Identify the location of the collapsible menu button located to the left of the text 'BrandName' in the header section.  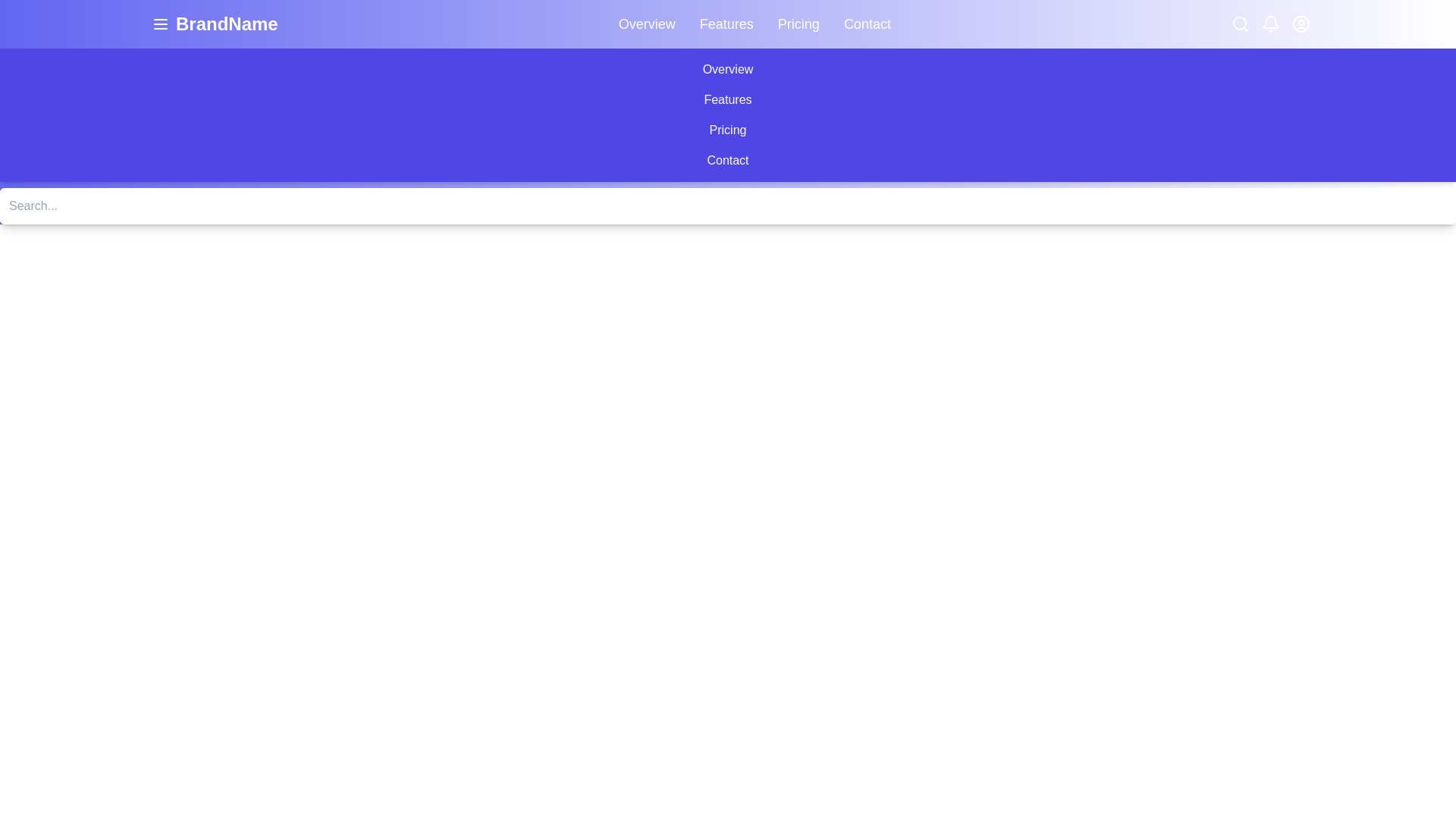
(160, 24).